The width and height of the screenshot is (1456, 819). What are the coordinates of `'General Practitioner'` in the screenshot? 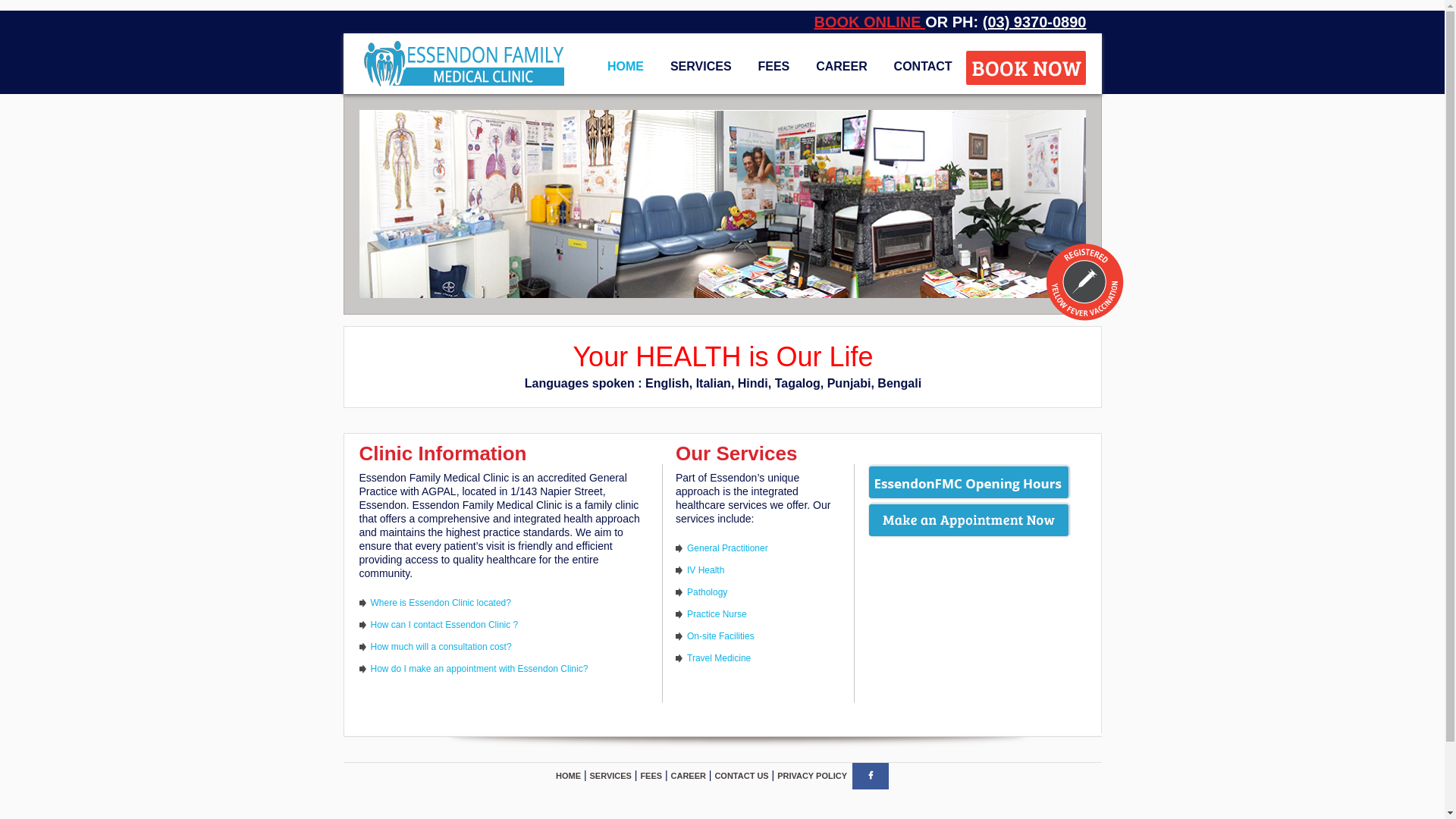 It's located at (726, 548).